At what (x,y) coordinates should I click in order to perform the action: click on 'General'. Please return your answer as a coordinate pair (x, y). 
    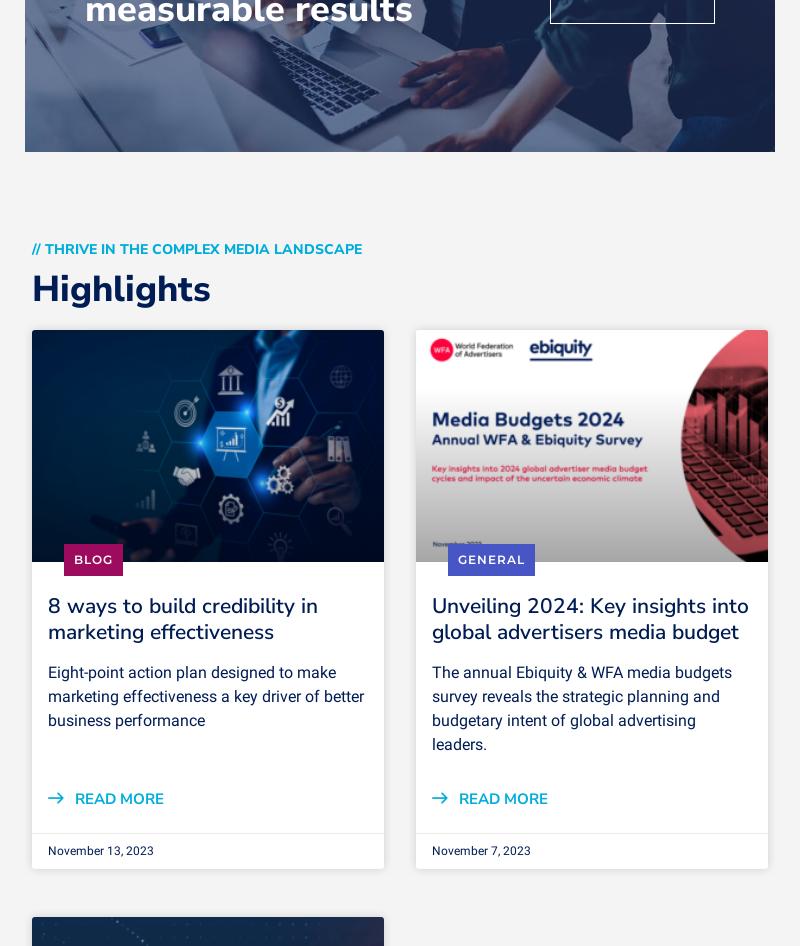
    Looking at the image, I should click on (491, 558).